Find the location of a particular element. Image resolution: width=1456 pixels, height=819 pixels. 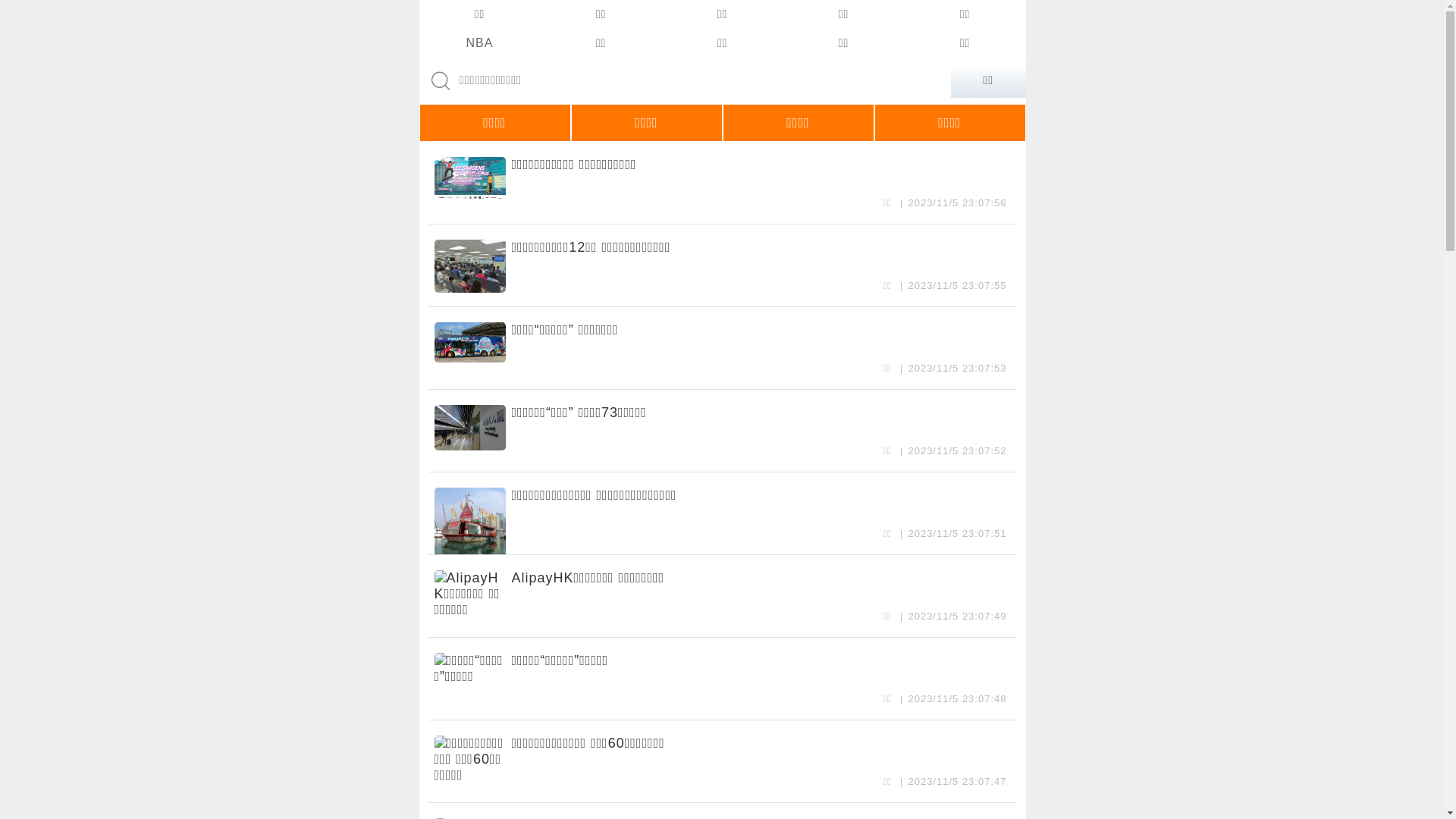

'NBA' is located at coordinates (479, 42).